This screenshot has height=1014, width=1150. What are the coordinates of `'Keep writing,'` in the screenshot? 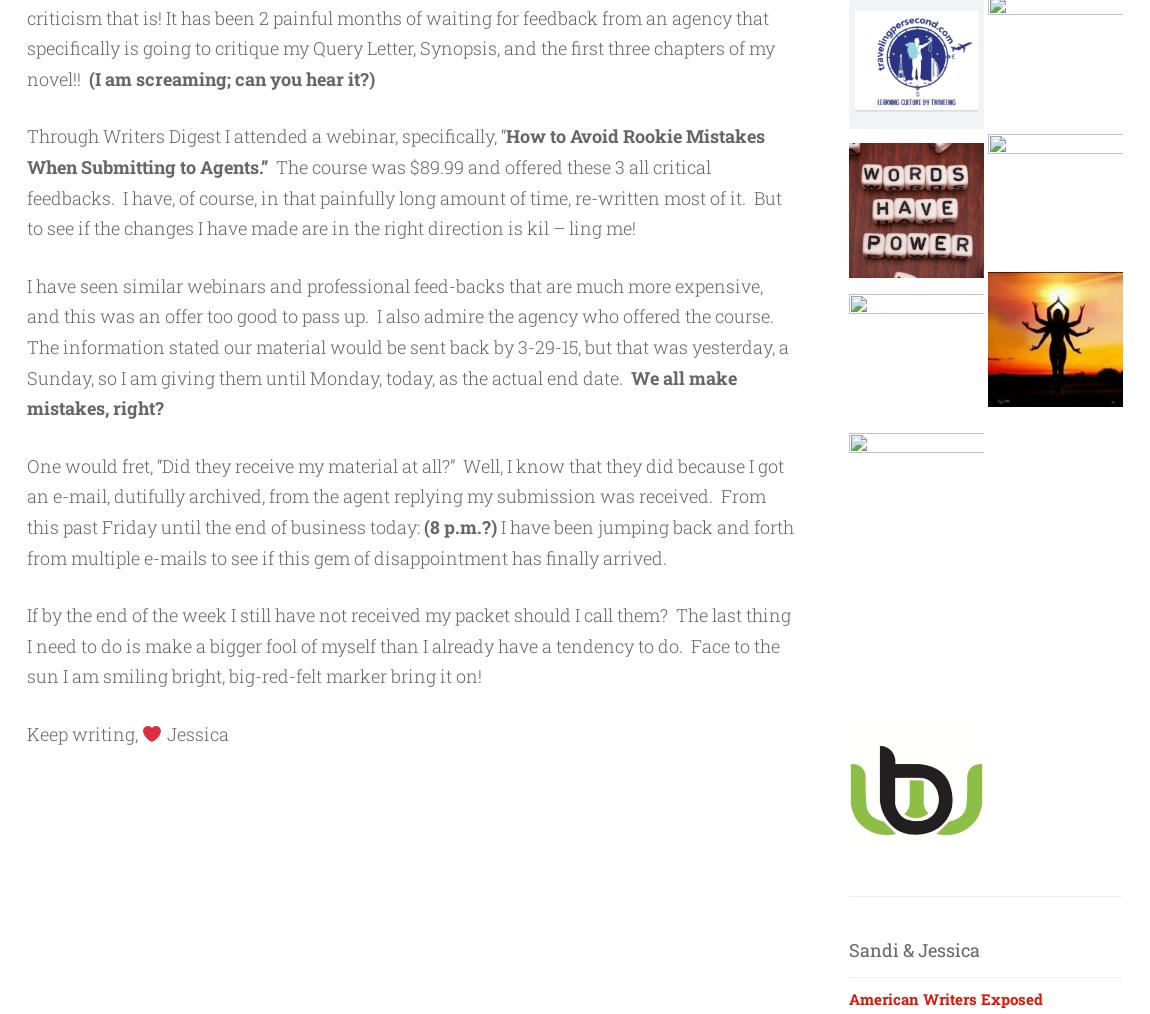 It's located at (26, 732).